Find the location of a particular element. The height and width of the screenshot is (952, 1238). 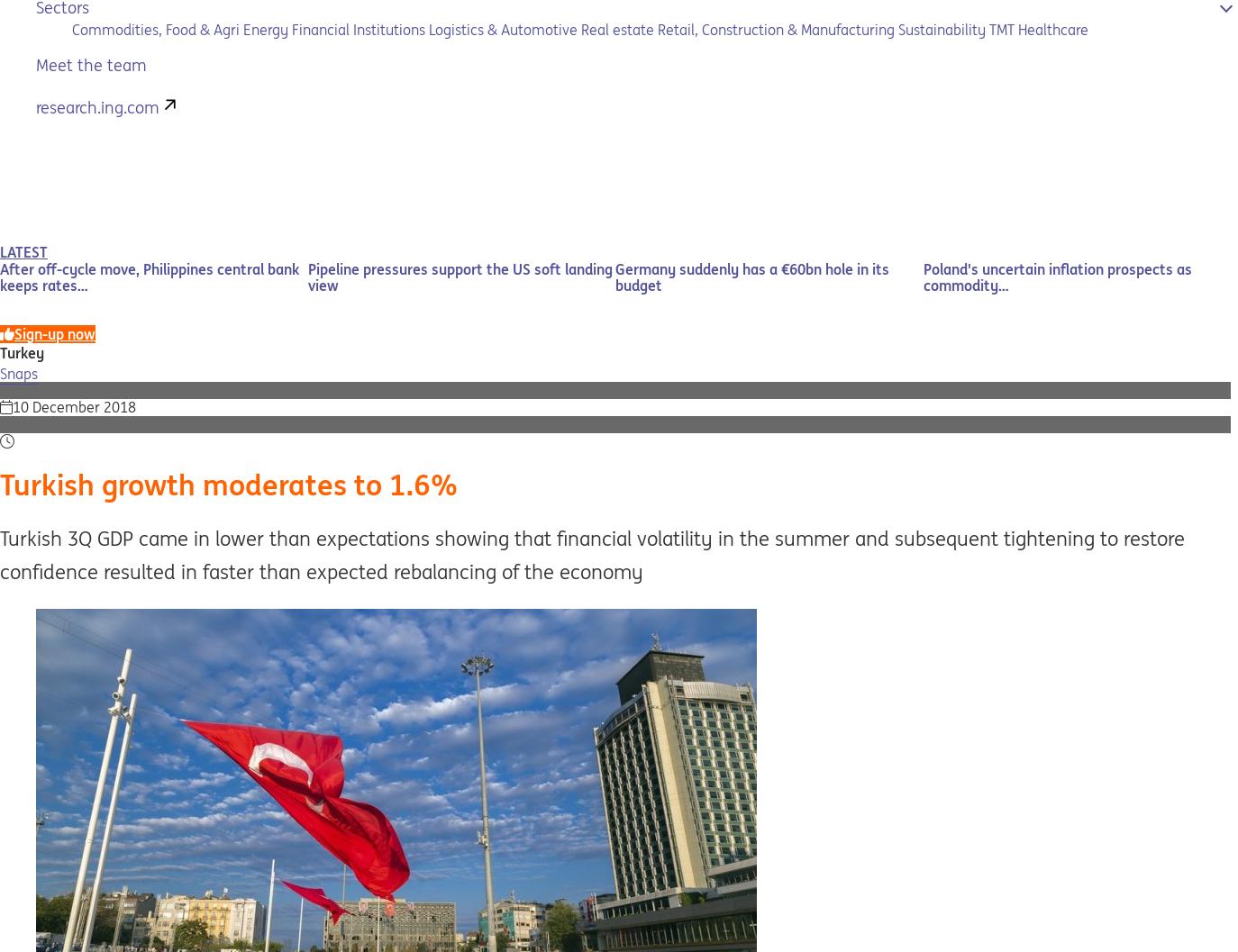

'Snaps' is located at coordinates (18, 372).